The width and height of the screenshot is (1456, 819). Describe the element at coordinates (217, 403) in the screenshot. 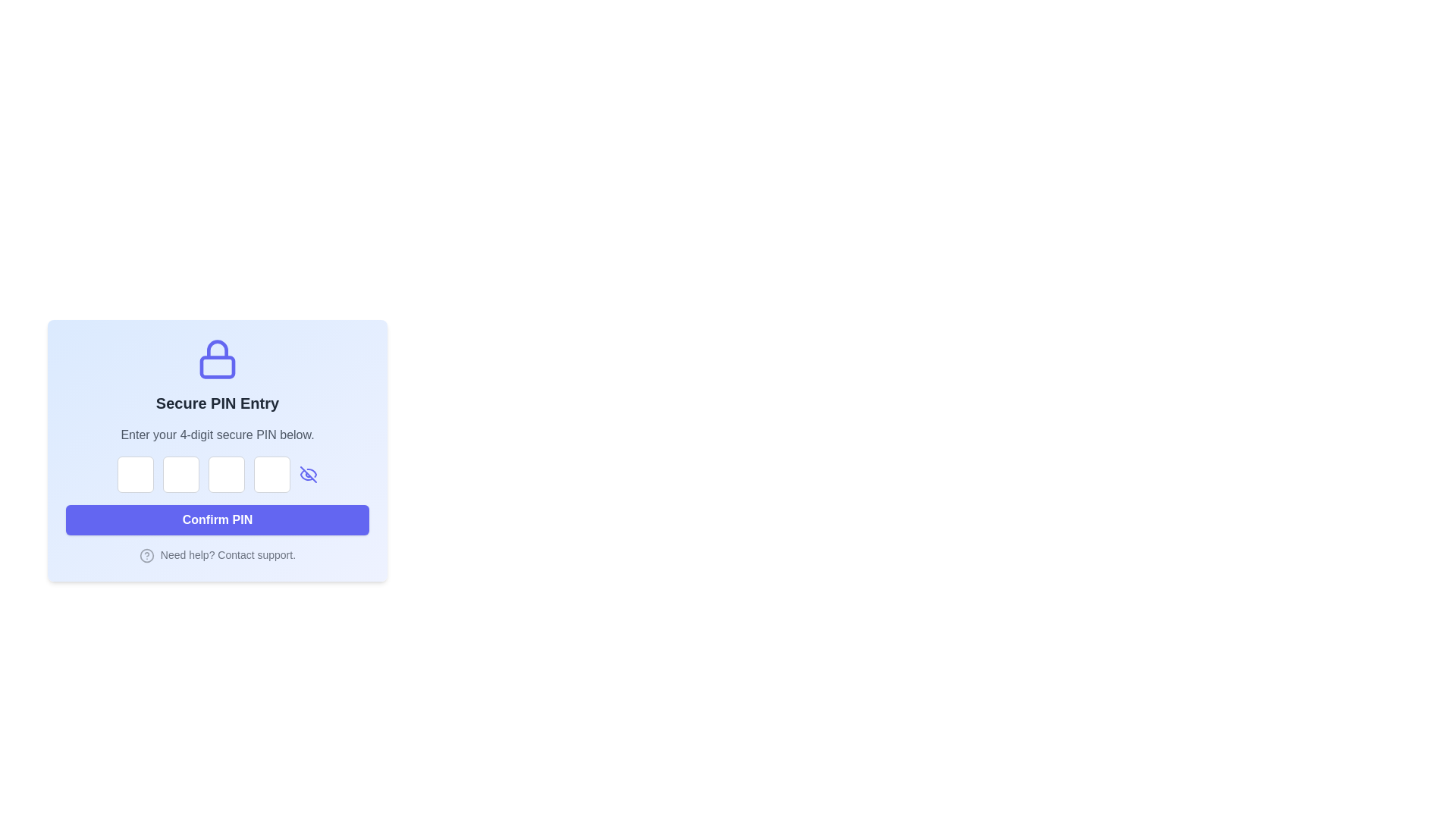

I see `the header text that introduces the secure PIN input functionality, located at the top of the card interface below the lock icon` at that location.